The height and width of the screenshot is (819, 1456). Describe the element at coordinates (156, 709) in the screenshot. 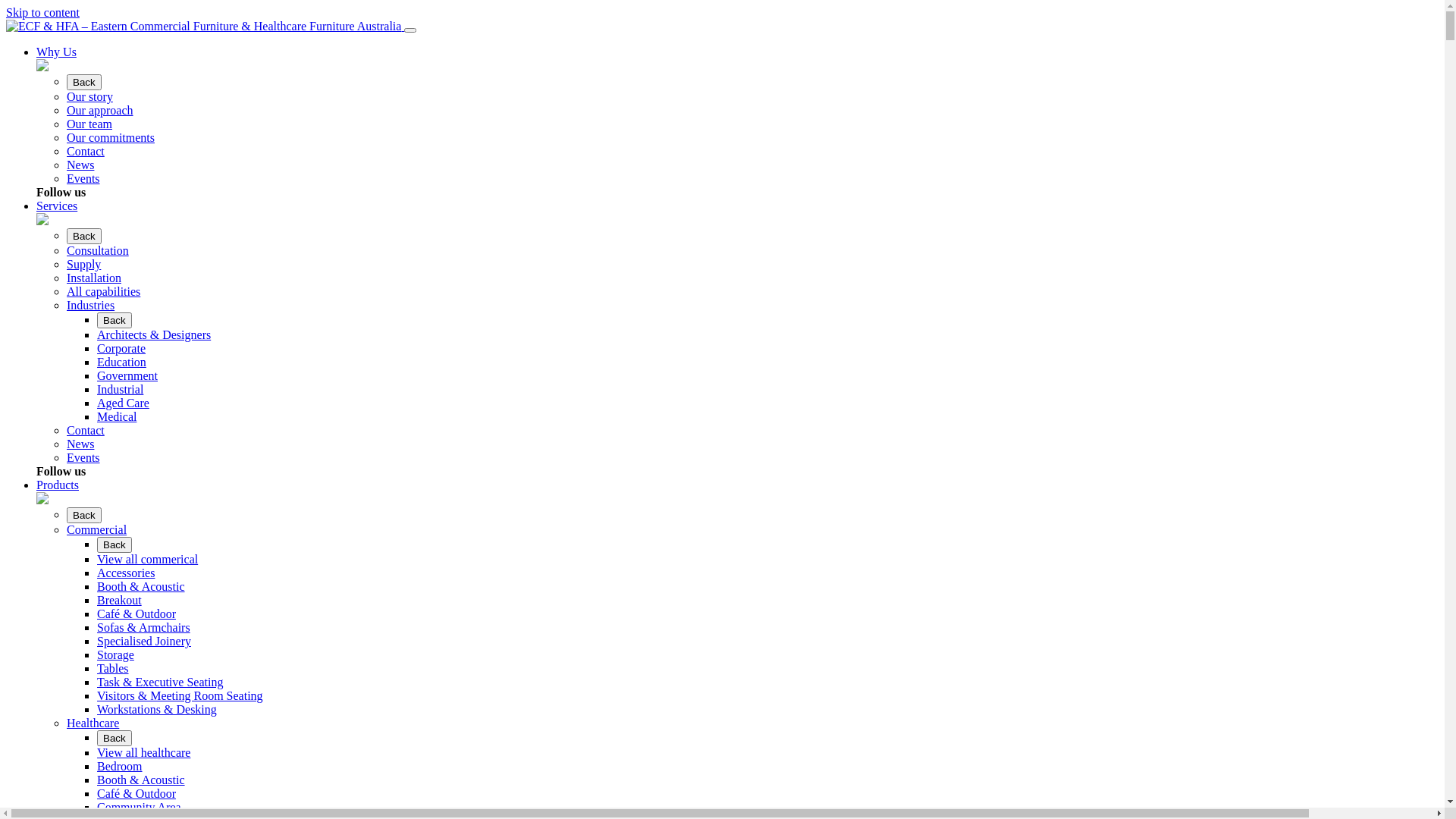

I see `'Workstations & Desking'` at that location.